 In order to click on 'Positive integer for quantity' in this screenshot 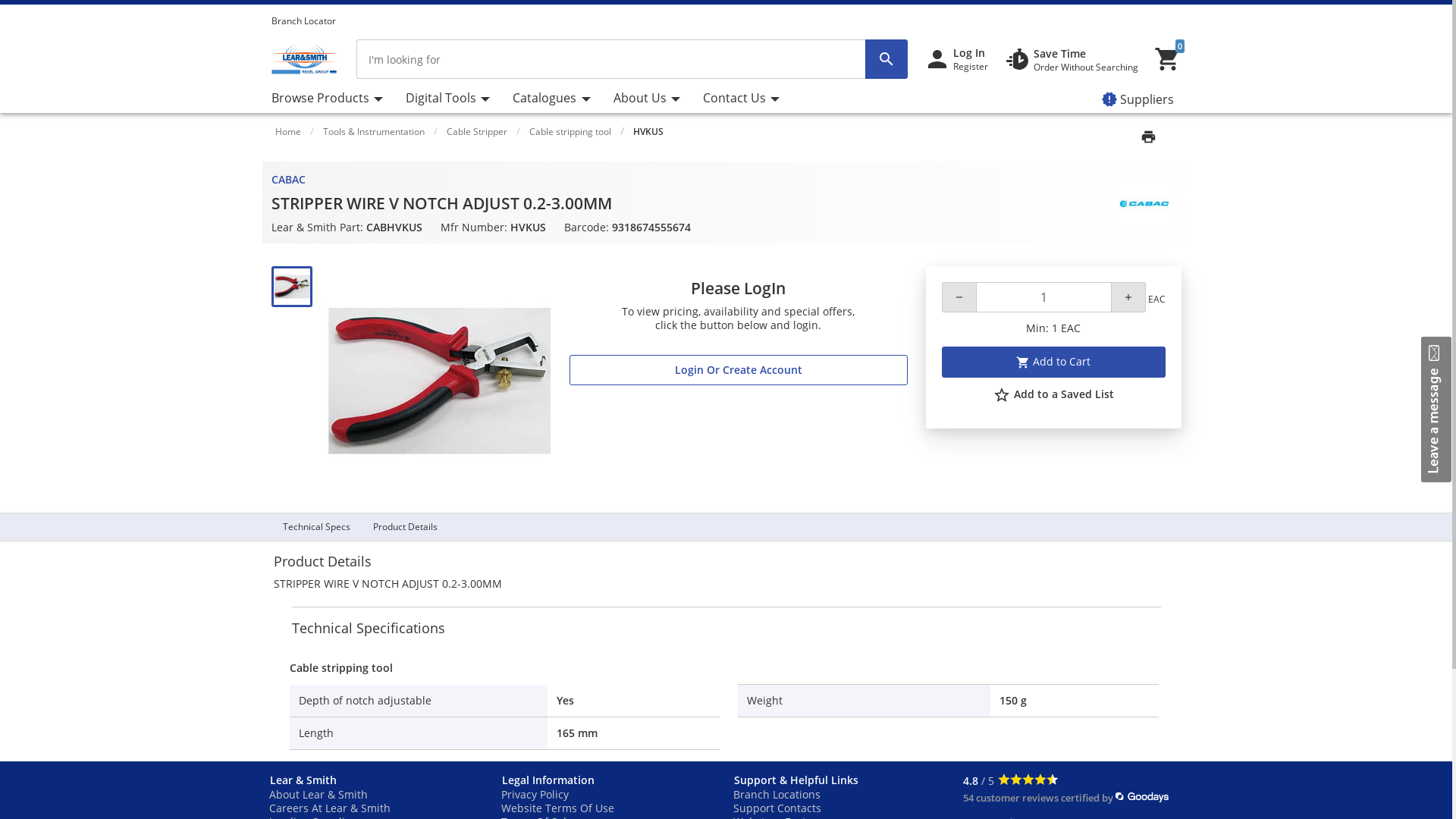, I will do `click(1043, 297)`.